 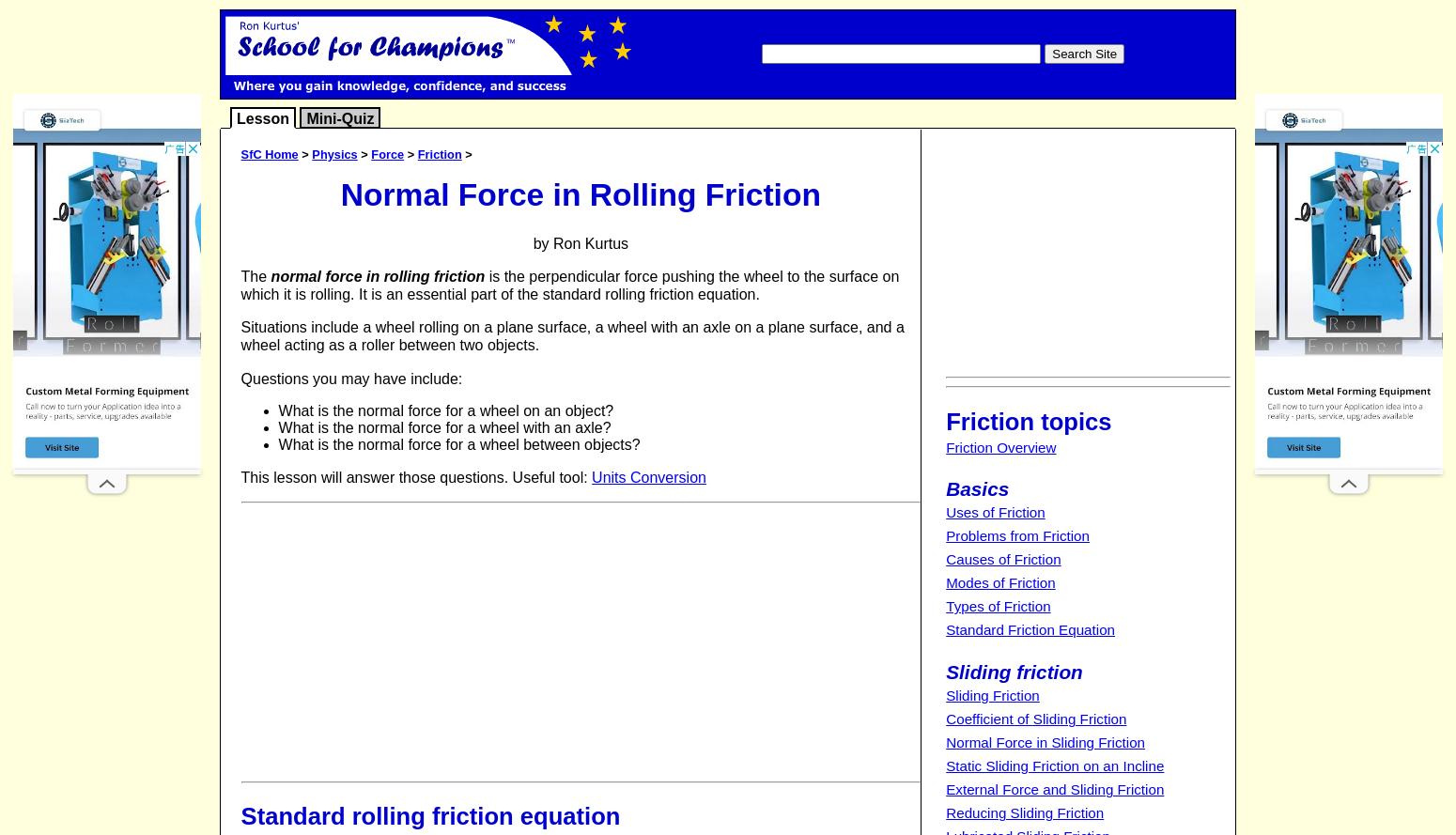 I want to click on 'Problems from Friction', so click(x=1016, y=535).